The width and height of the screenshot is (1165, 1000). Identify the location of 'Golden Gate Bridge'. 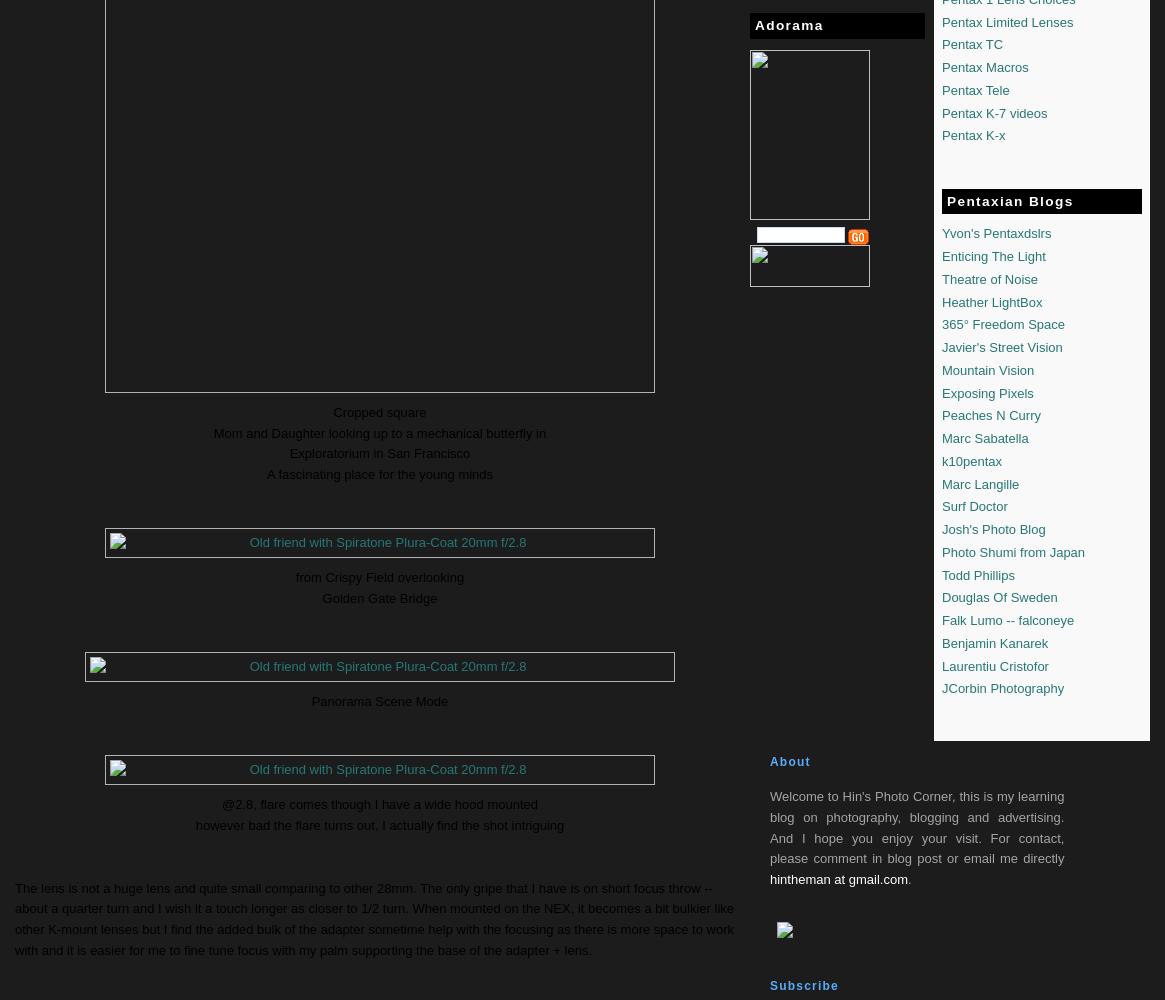
(322, 597).